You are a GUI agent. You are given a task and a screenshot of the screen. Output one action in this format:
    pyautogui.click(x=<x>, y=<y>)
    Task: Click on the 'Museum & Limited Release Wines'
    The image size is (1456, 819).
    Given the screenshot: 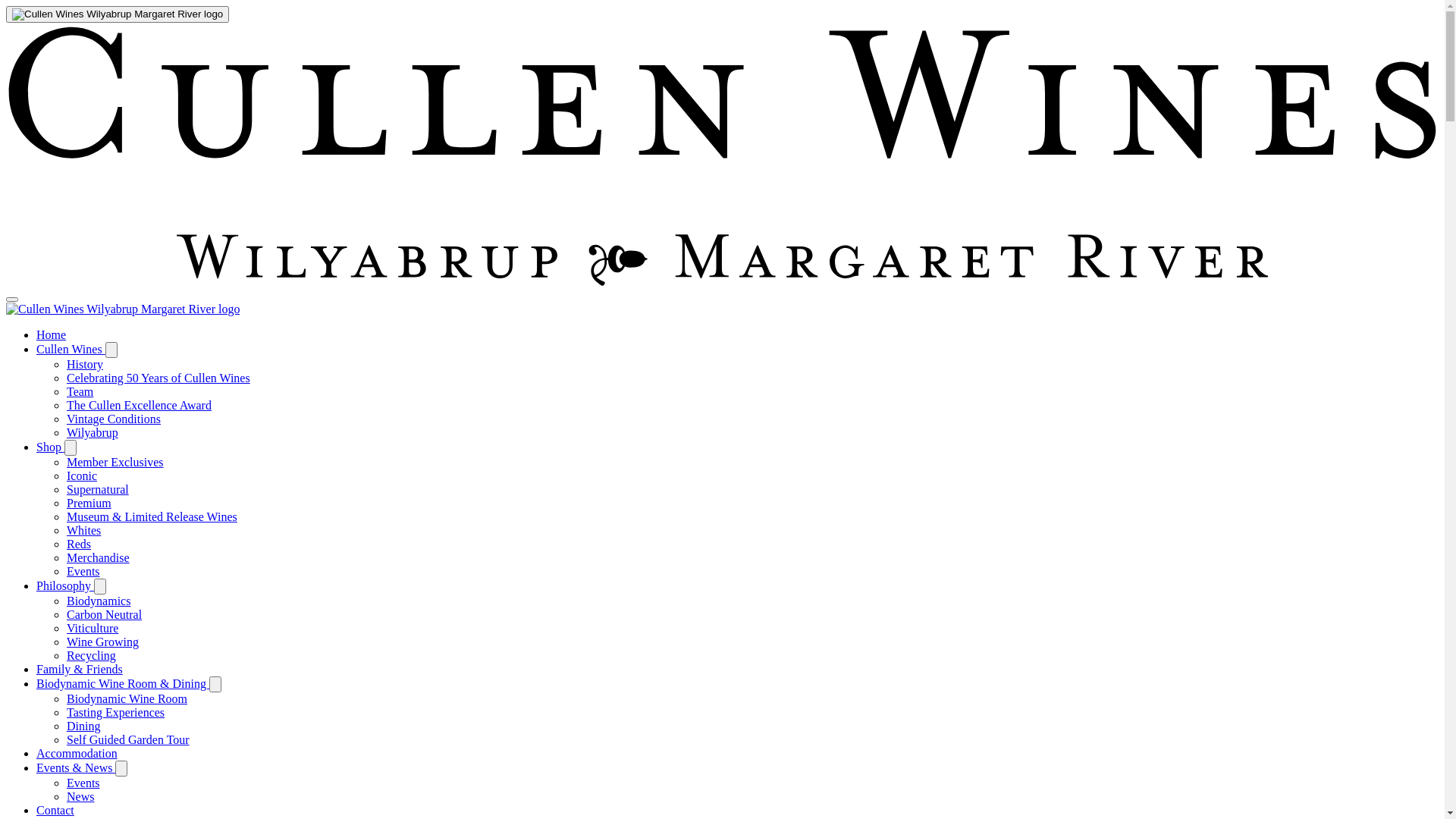 What is the action you would take?
    pyautogui.click(x=152, y=516)
    